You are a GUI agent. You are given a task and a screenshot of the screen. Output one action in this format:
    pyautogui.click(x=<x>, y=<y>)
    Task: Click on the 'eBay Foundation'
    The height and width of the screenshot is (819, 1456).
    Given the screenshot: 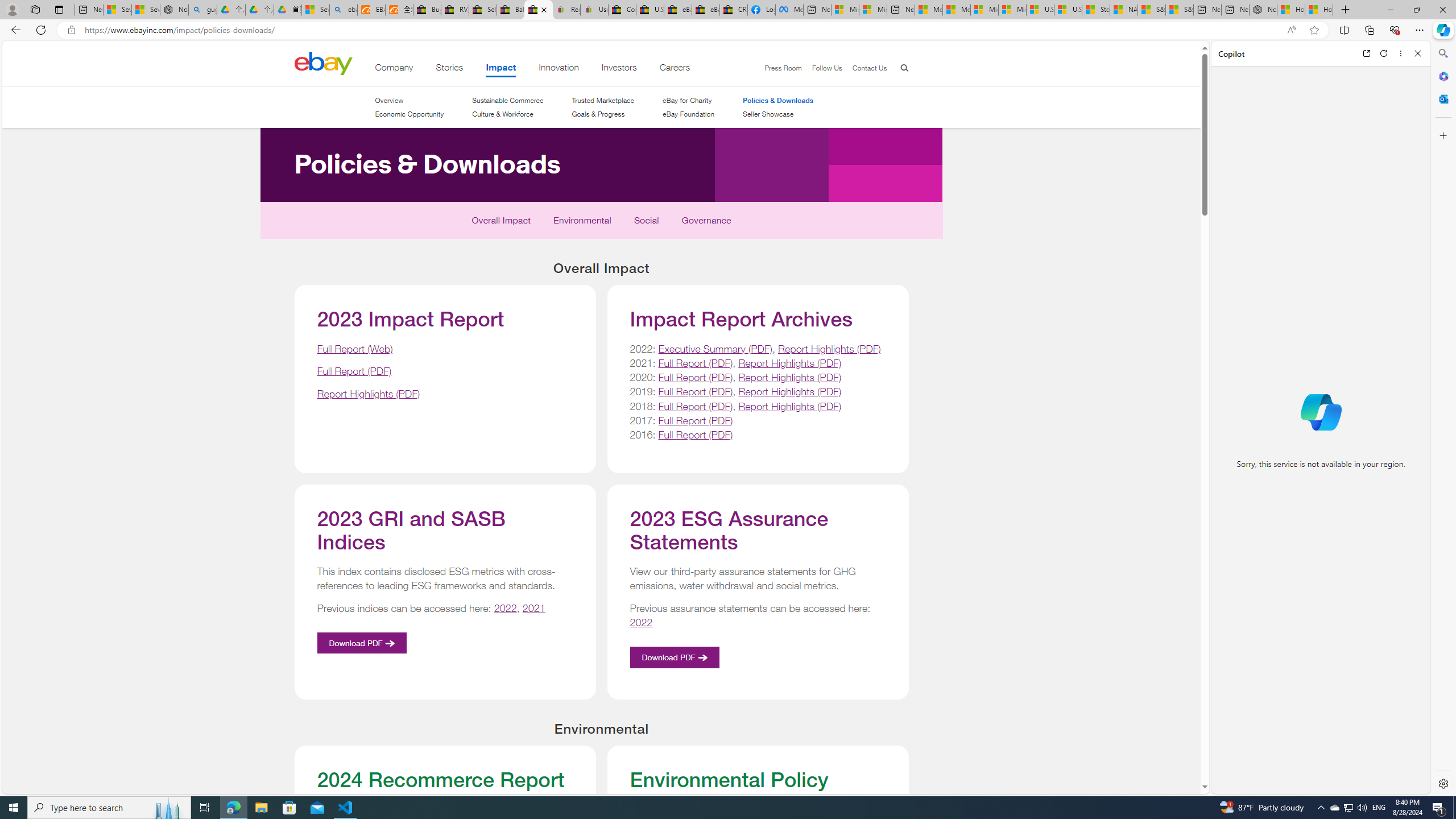 What is the action you would take?
    pyautogui.click(x=688, y=113)
    